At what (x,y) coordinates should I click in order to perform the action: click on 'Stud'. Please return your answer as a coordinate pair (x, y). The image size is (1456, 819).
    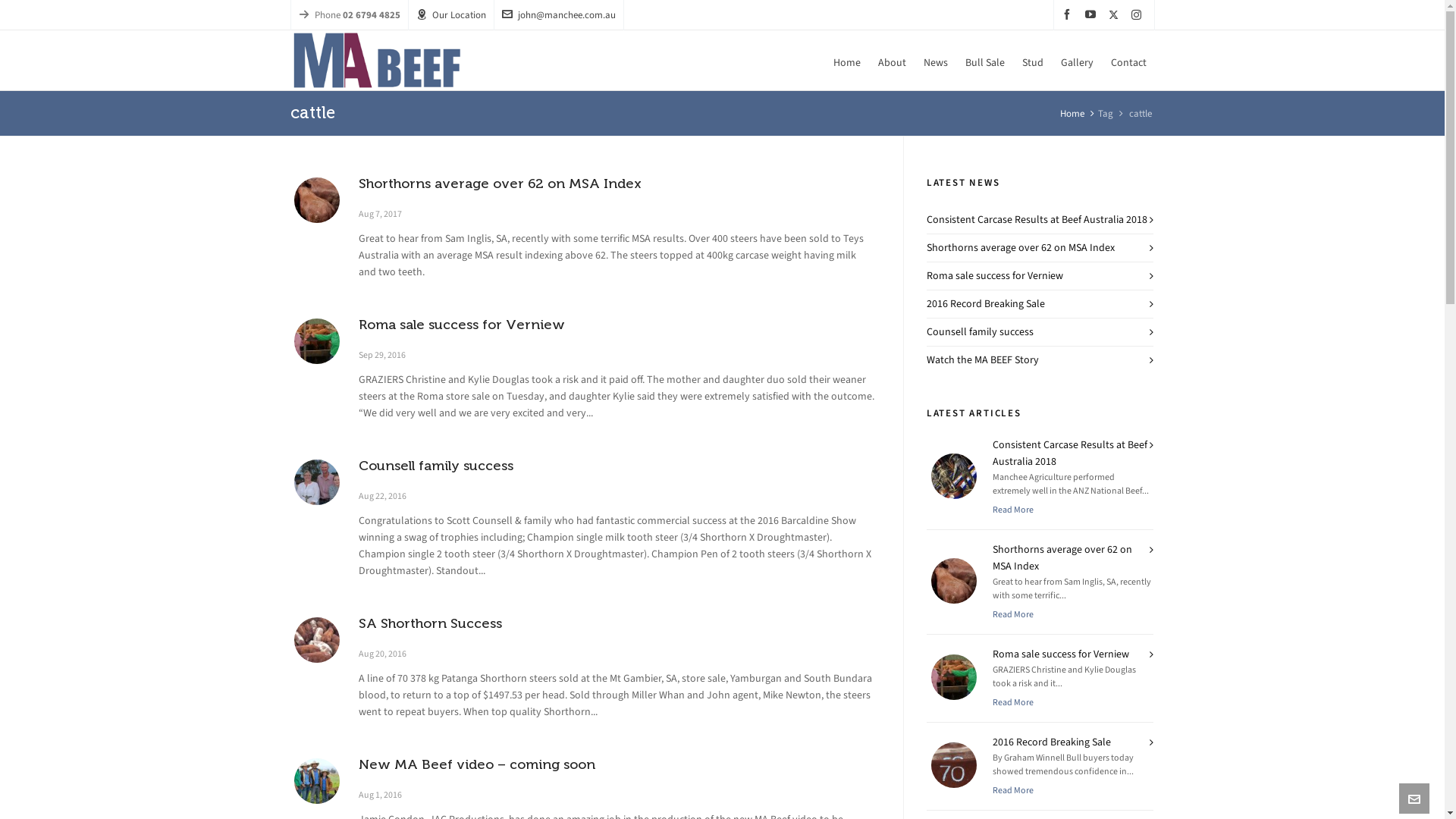
    Looking at the image, I should click on (1031, 60).